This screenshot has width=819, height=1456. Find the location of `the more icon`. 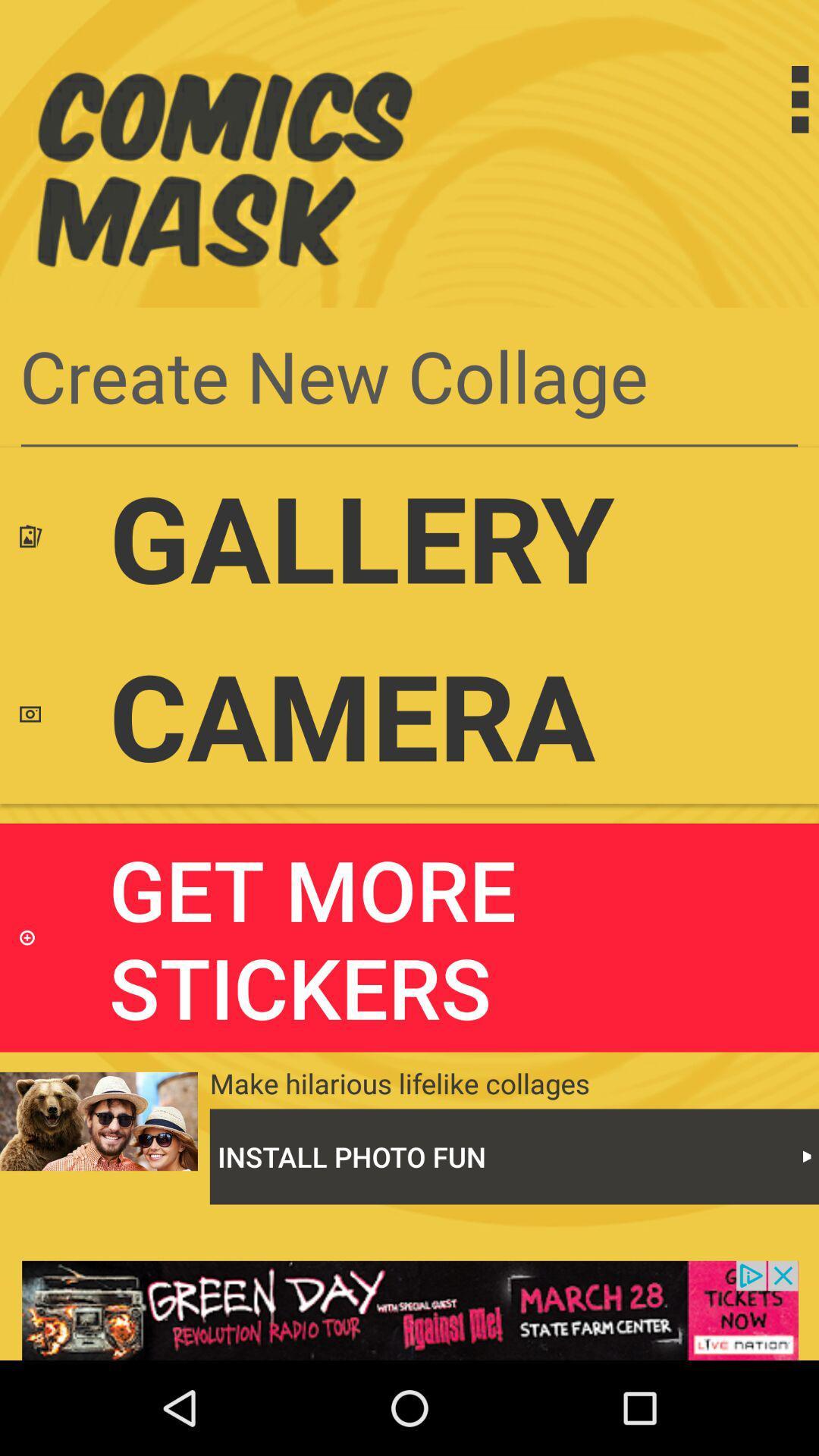

the more icon is located at coordinates (769, 99).